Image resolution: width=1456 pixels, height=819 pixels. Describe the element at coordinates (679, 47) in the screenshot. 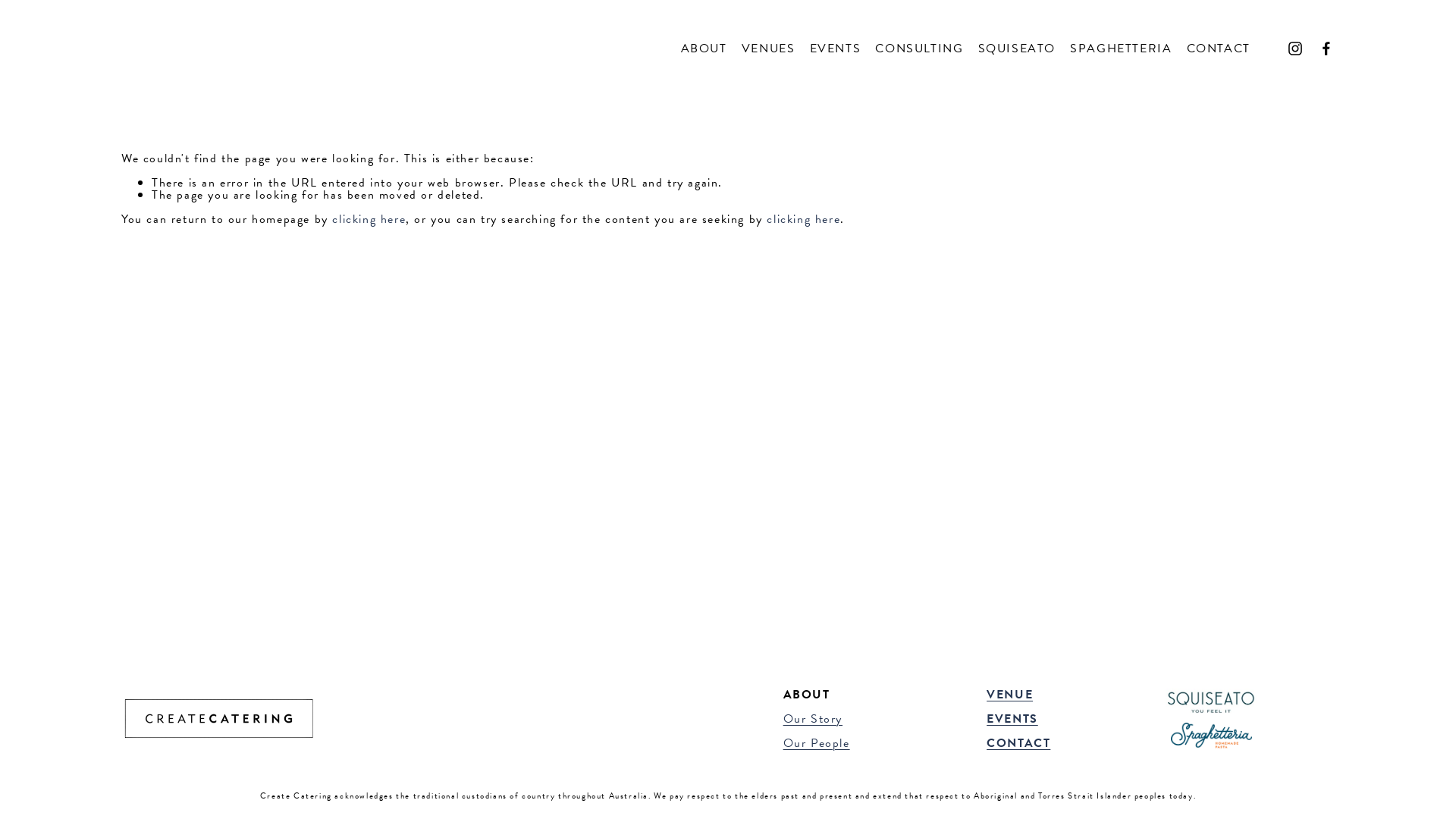

I see `'ABOUT'` at that location.